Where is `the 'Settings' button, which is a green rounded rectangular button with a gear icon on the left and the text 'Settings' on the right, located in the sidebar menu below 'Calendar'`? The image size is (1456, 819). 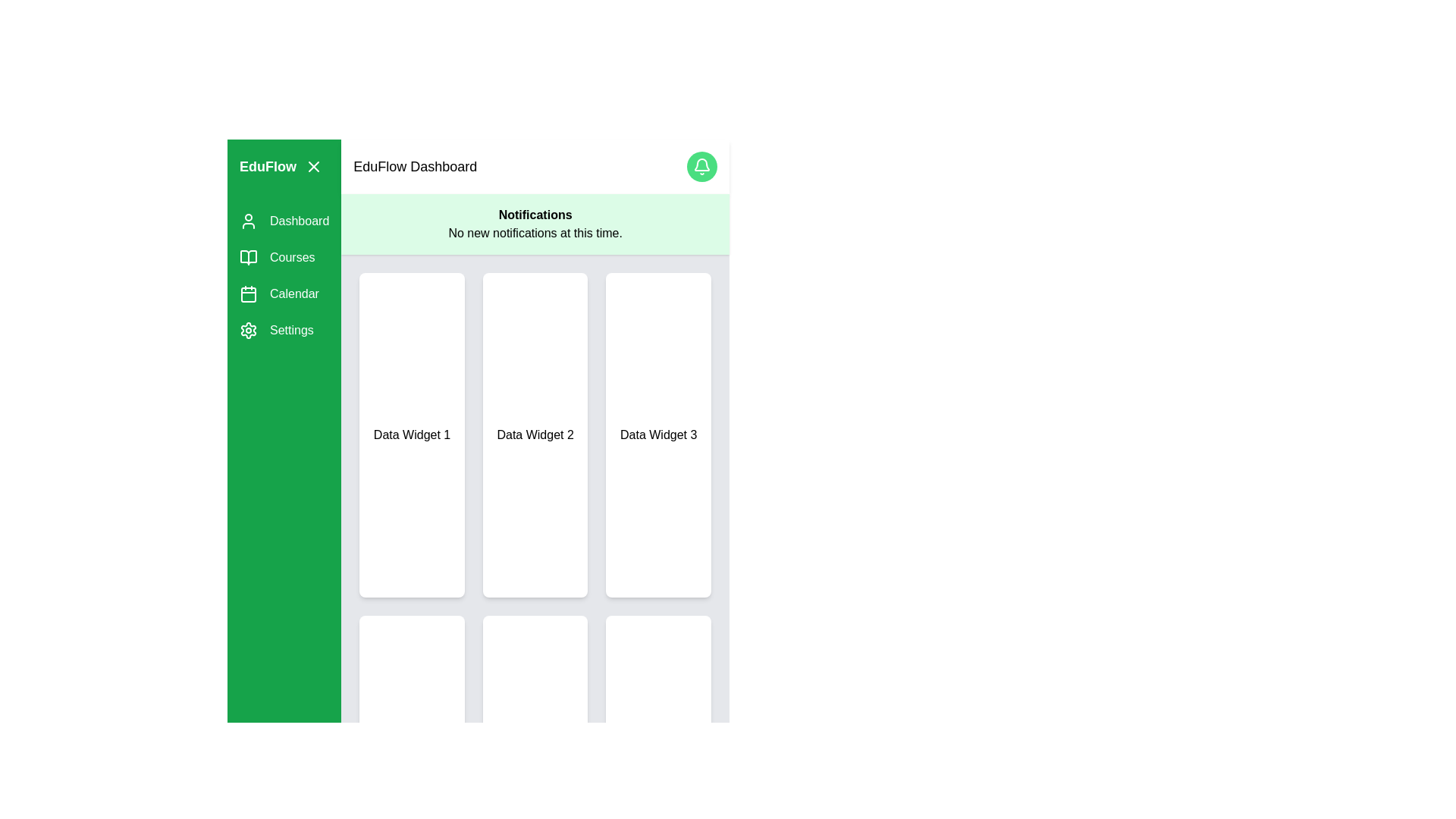
the 'Settings' button, which is a green rounded rectangular button with a gear icon on the left and the text 'Settings' on the right, located in the sidebar menu below 'Calendar' is located at coordinates (284, 329).